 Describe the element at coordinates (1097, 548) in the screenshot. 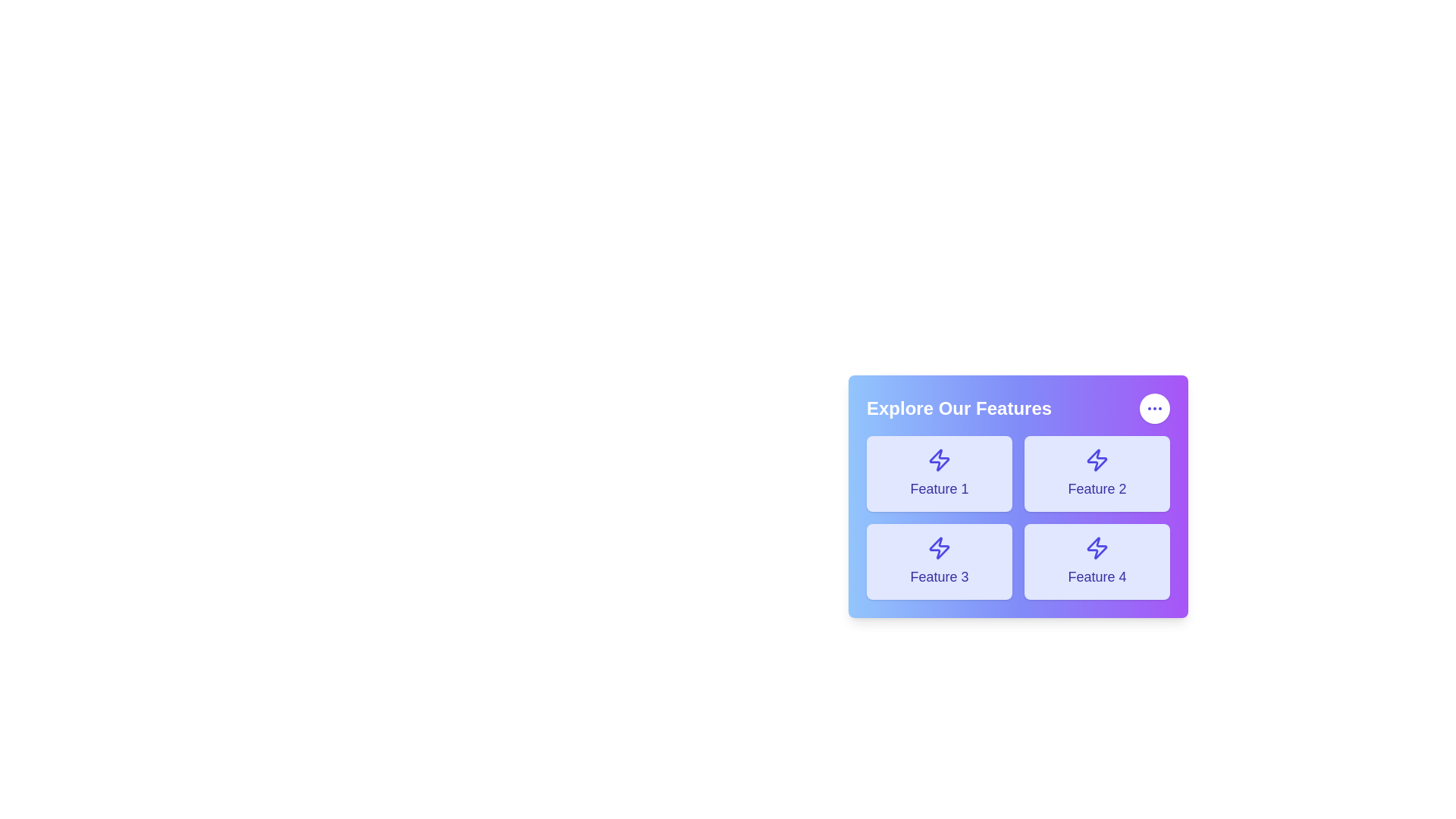

I see `the icon located in the bottom-right corner feature box under the 'Explore Our Features' section, which serves as an indicator for energy, speed, or functionality` at that location.